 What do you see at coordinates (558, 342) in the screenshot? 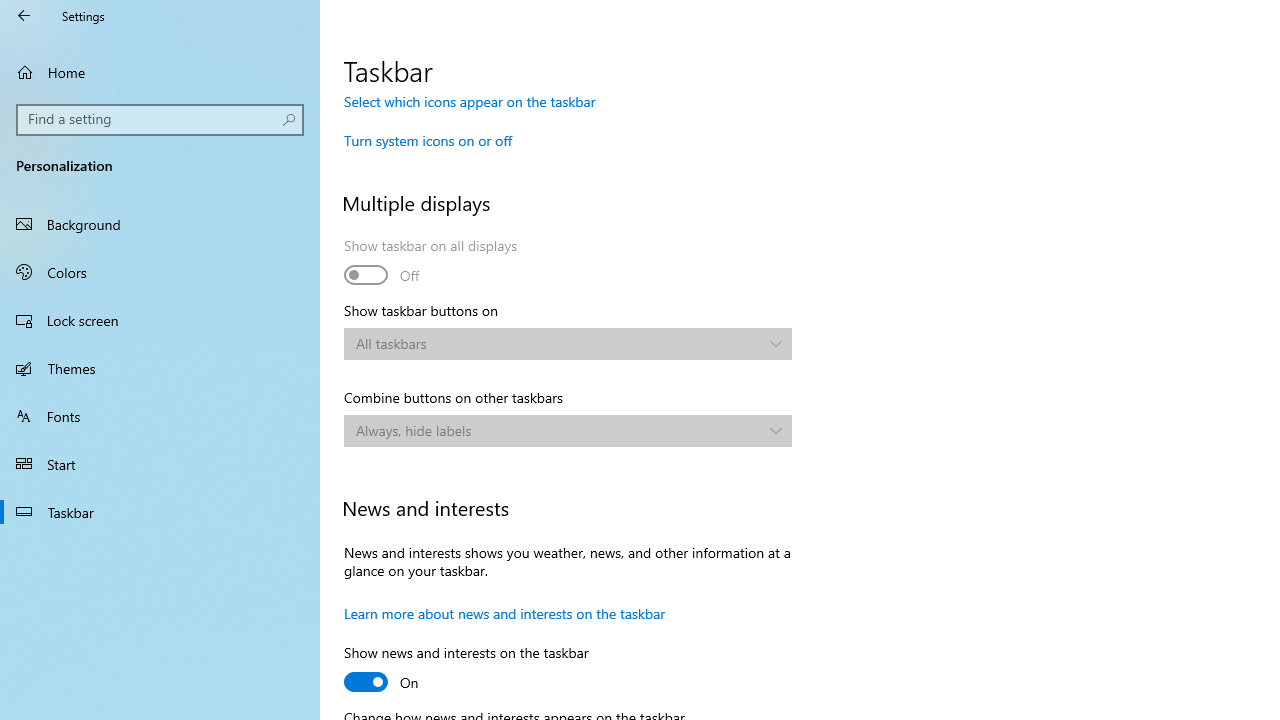
I see `'All taskbars'` at bounding box center [558, 342].